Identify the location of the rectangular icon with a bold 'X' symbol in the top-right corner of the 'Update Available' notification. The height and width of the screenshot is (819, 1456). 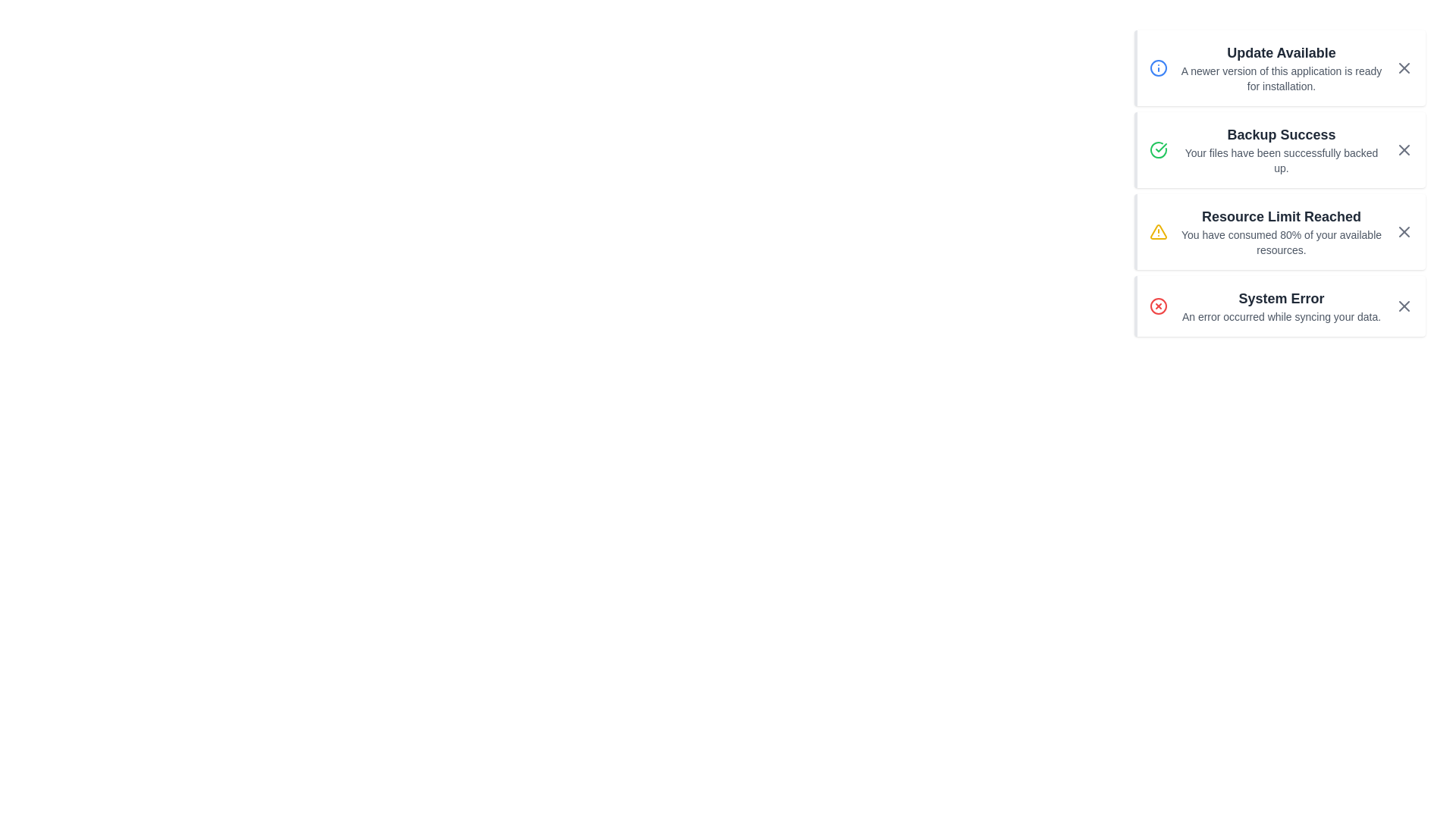
(1404, 67).